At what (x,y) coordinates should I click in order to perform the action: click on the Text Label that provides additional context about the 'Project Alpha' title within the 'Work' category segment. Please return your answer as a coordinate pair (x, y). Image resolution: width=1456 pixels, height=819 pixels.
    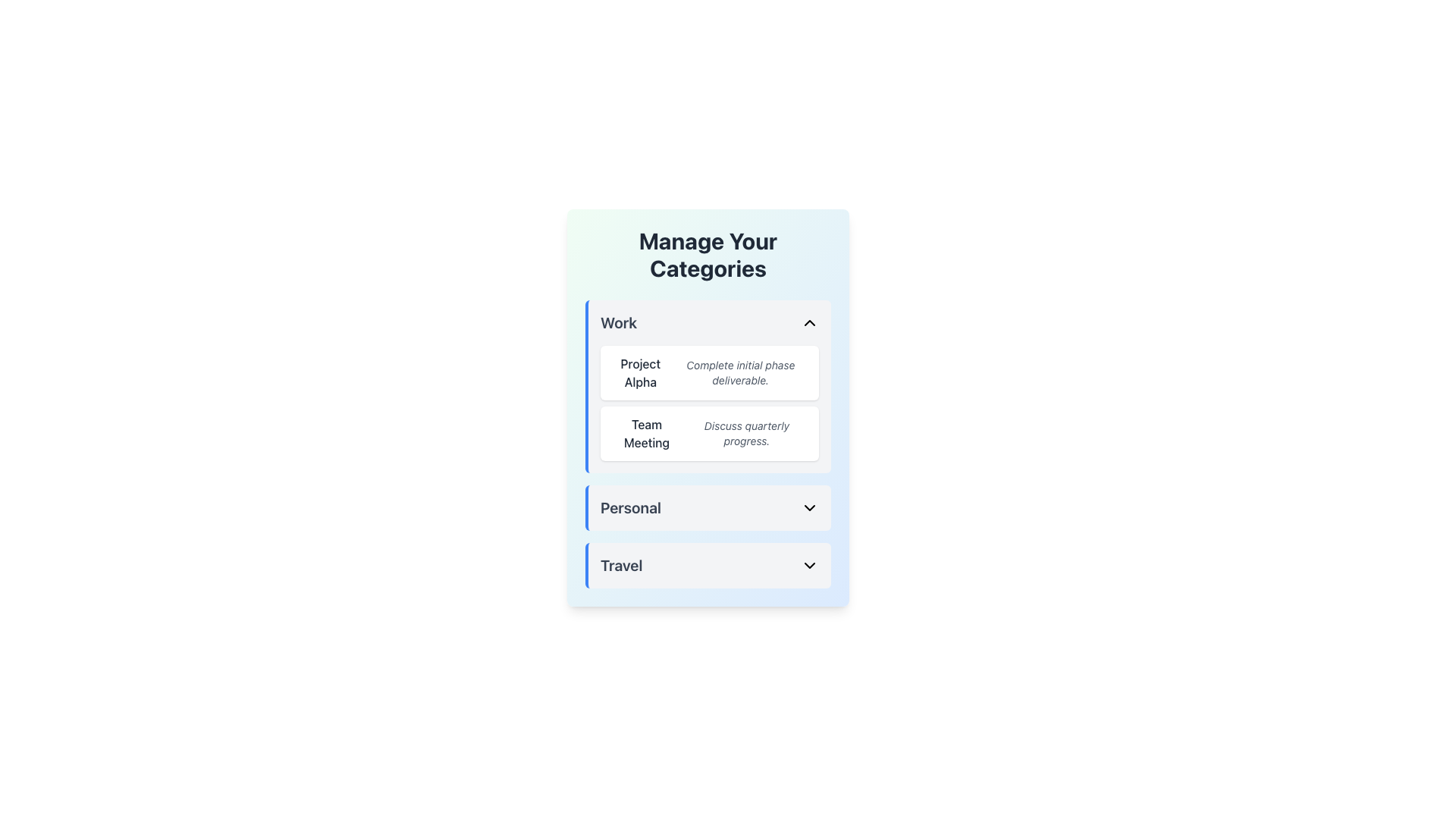
    Looking at the image, I should click on (740, 373).